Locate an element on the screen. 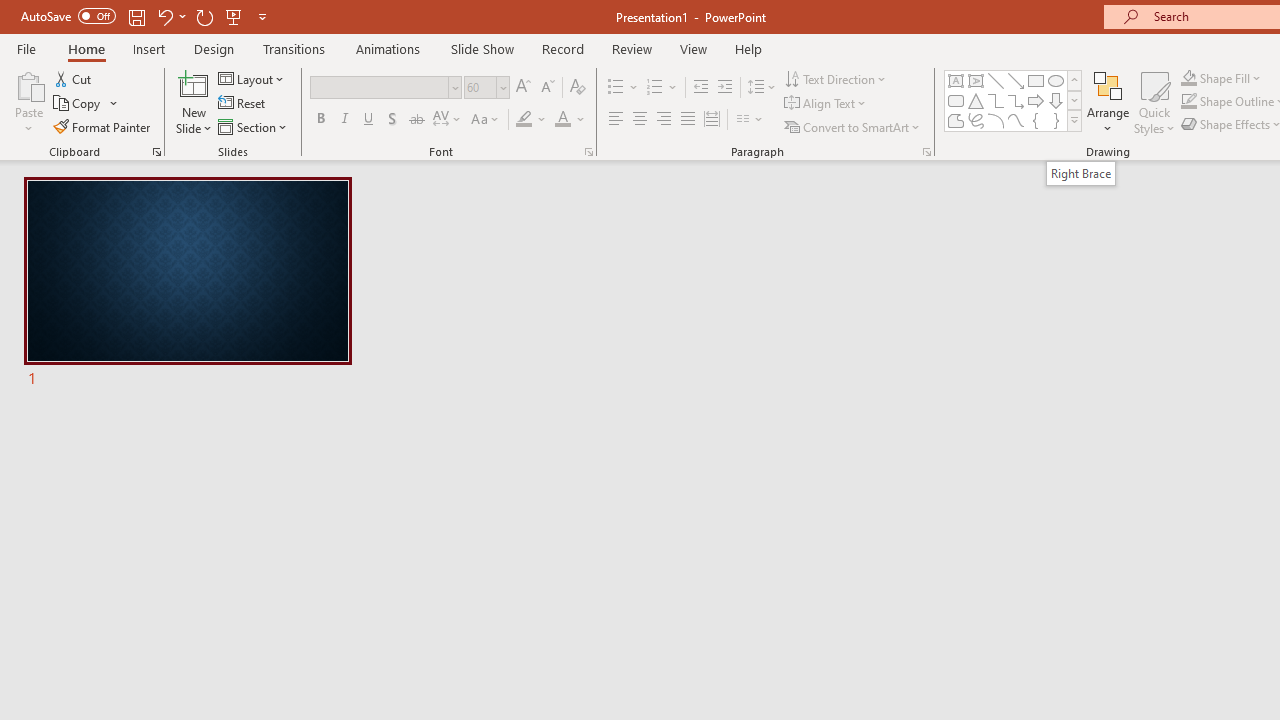  'Reset' is located at coordinates (242, 103).